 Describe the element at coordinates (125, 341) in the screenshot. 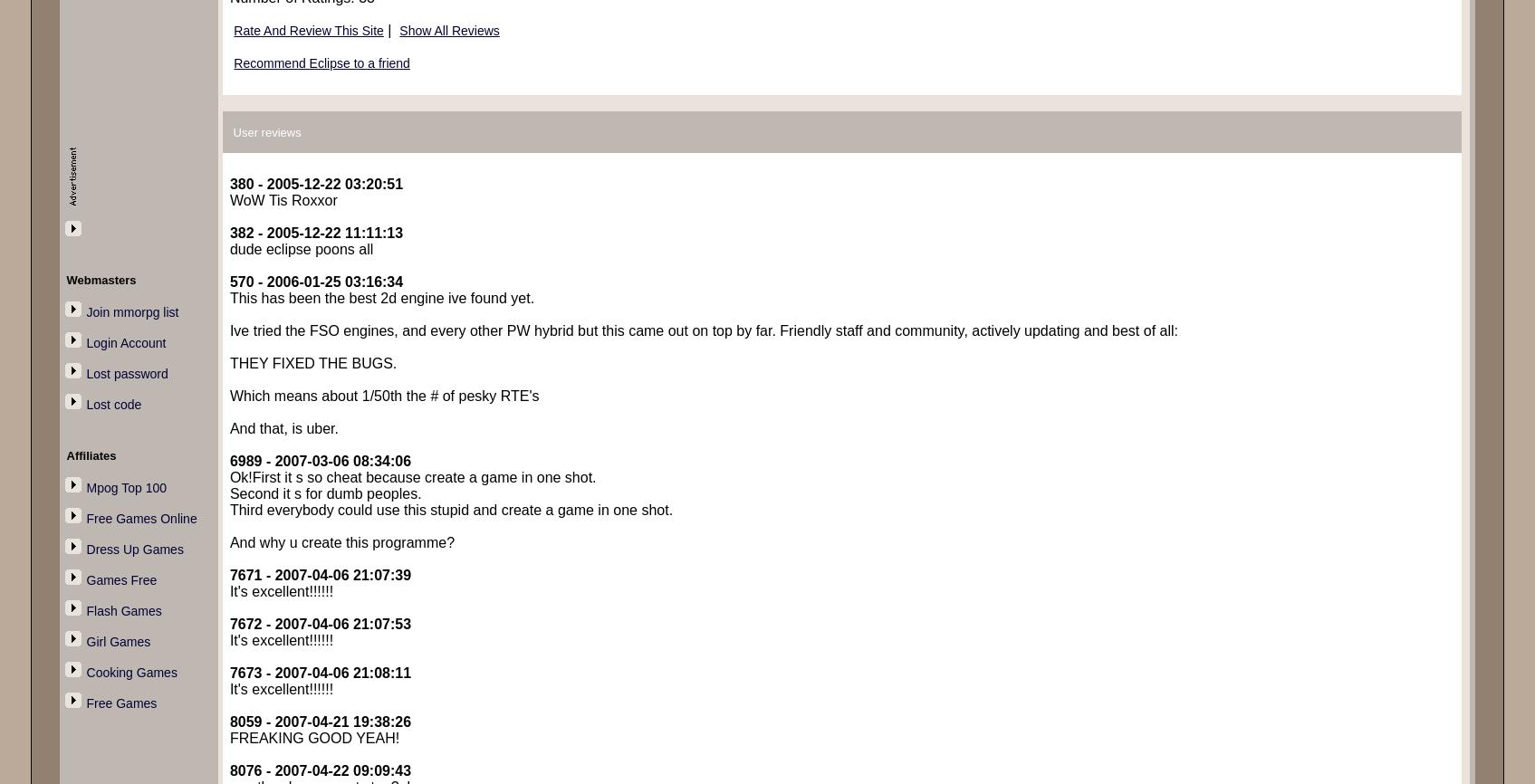

I see `'Login Account'` at that location.